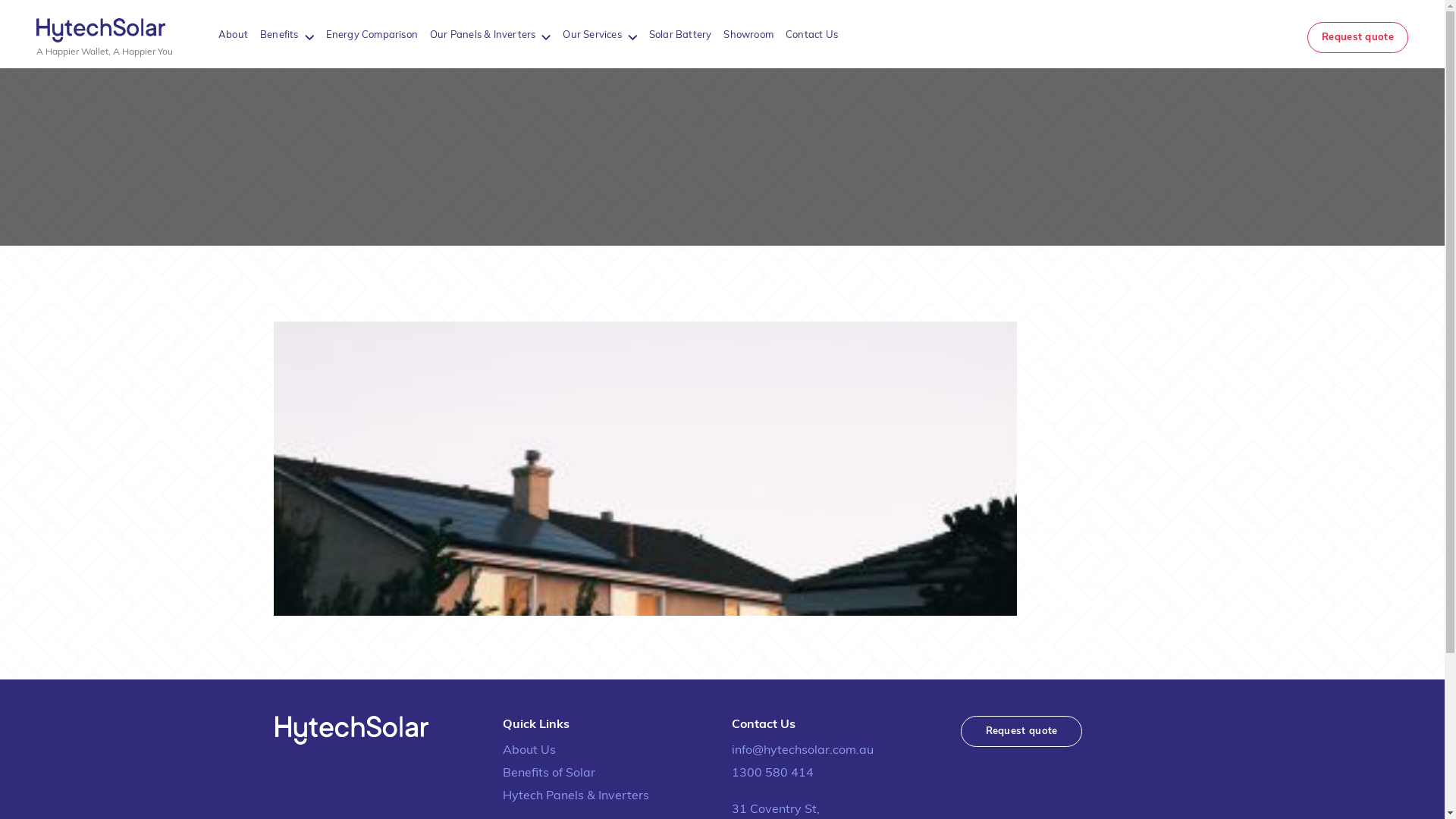  Describe the element at coordinates (372, 34) in the screenshot. I see `'Energy Comparison'` at that location.